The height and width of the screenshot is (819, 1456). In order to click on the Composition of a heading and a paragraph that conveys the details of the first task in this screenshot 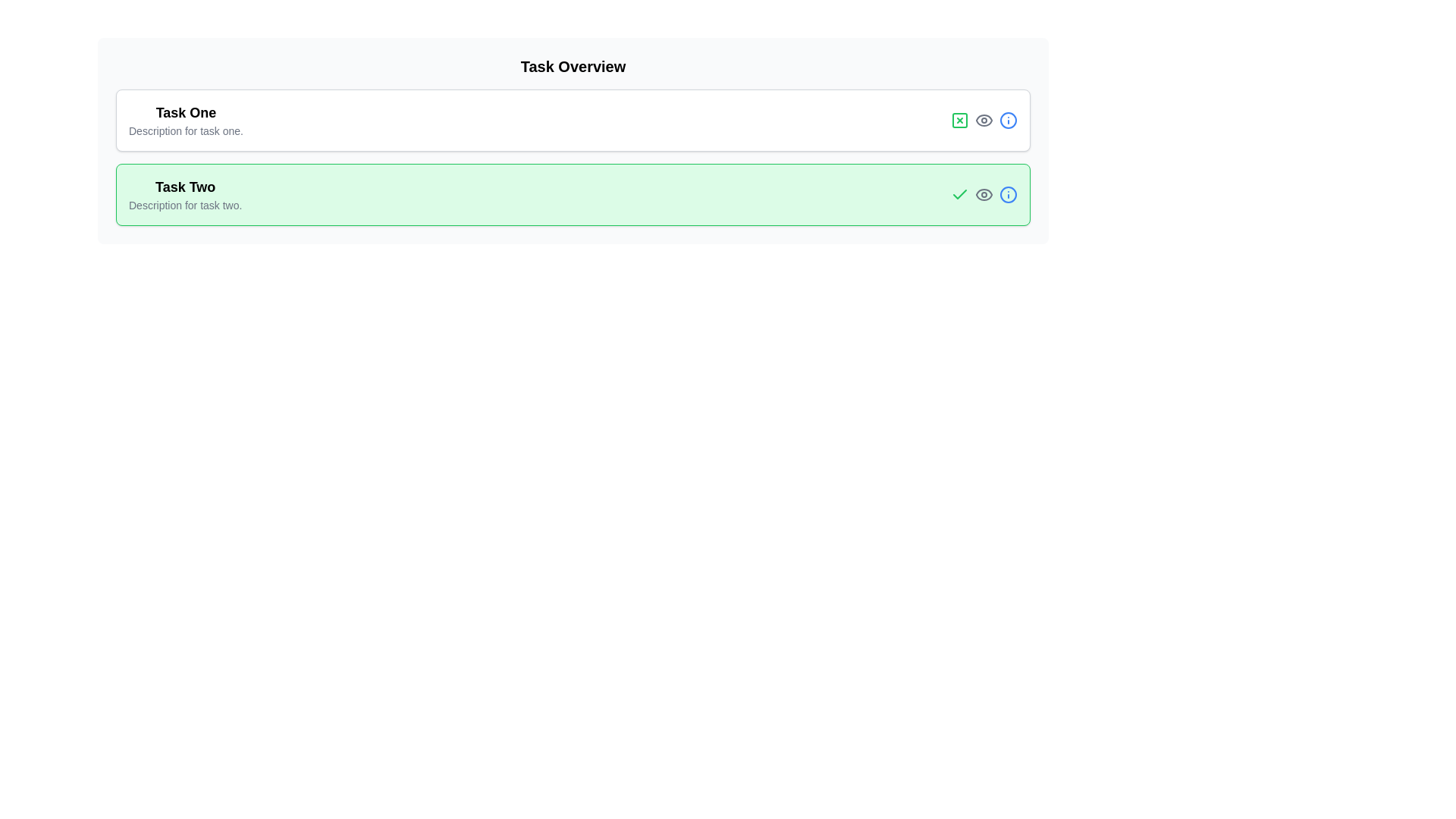, I will do `click(185, 119)`.